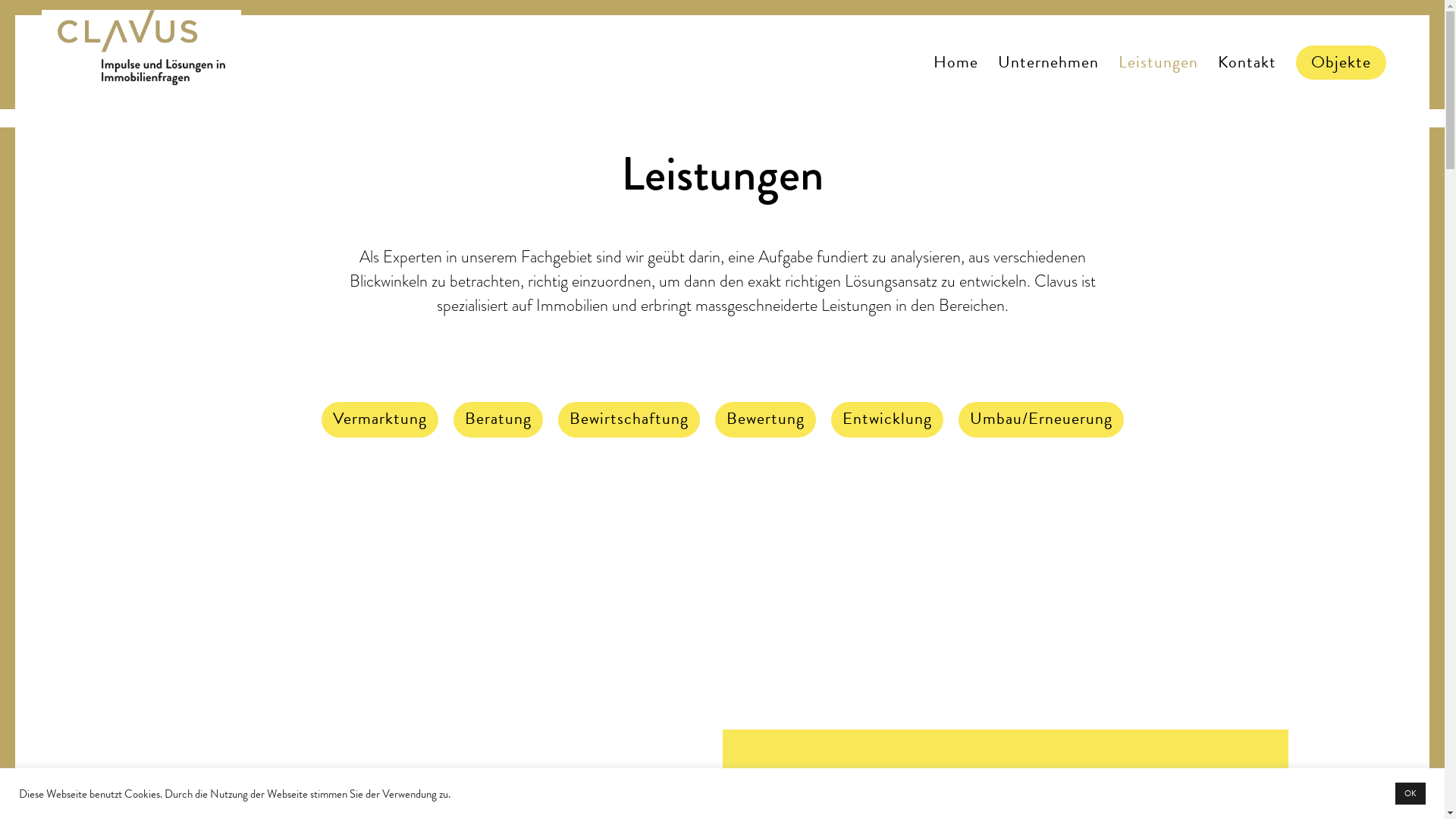  Describe the element at coordinates (886, 421) in the screenshot. I see `'Entwicklung'` at that location.